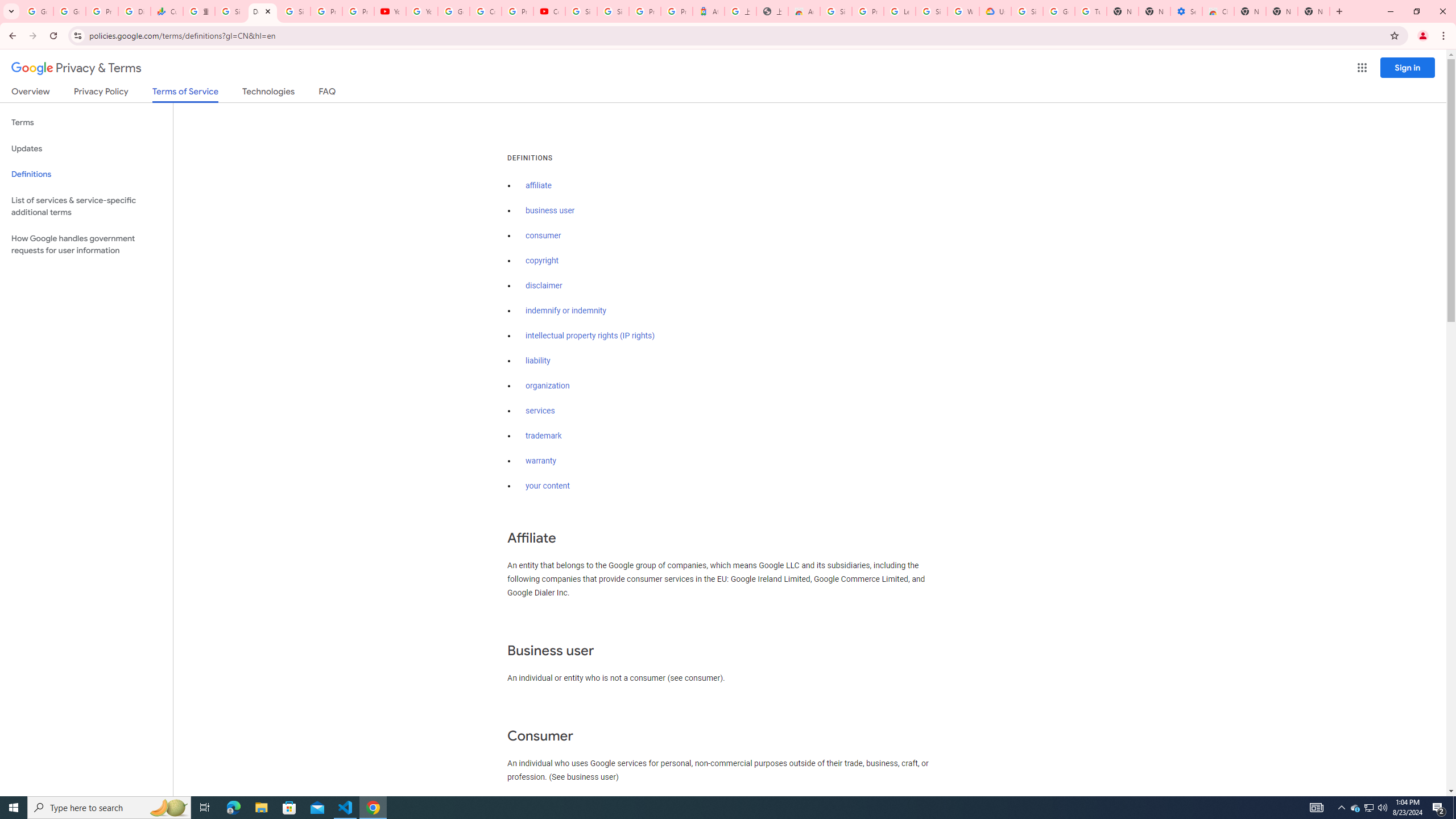 The width and height of the screenshot is (1456, 819). I want to click on 'How Google handles government requests for user information', so click(86, 243).